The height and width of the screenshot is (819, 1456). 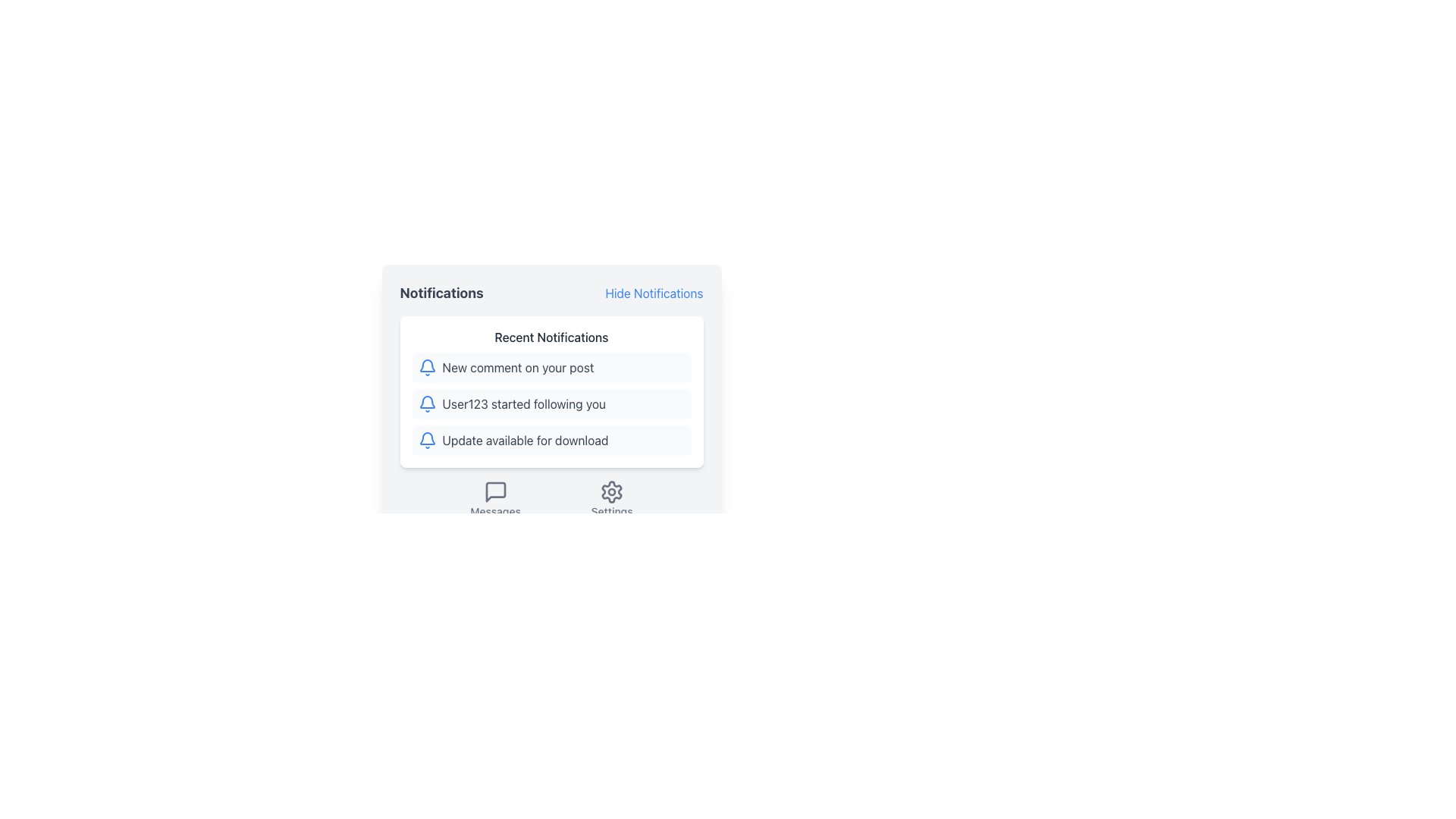 I want to click on title 'Notifications' from the title bar located at the top of the notifications section, so click(x=551, y=293).